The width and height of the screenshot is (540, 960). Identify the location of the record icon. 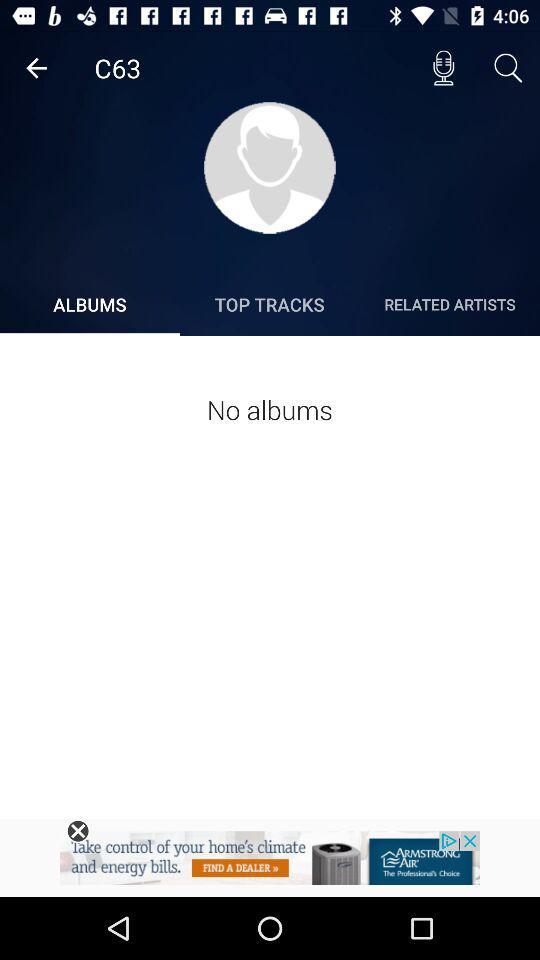
(443, 68).